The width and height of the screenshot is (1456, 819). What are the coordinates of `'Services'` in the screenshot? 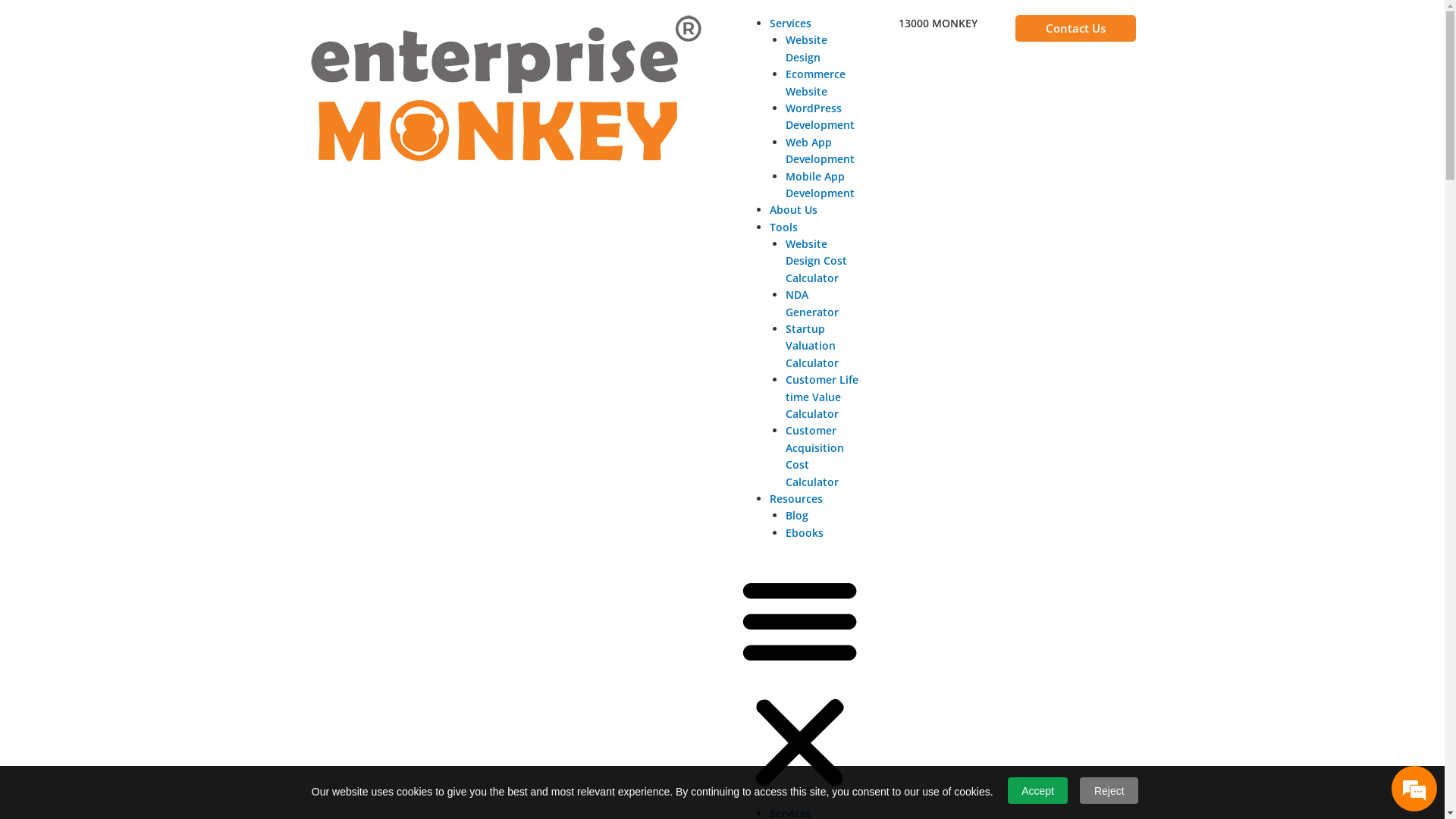 It's located at (789, 23).